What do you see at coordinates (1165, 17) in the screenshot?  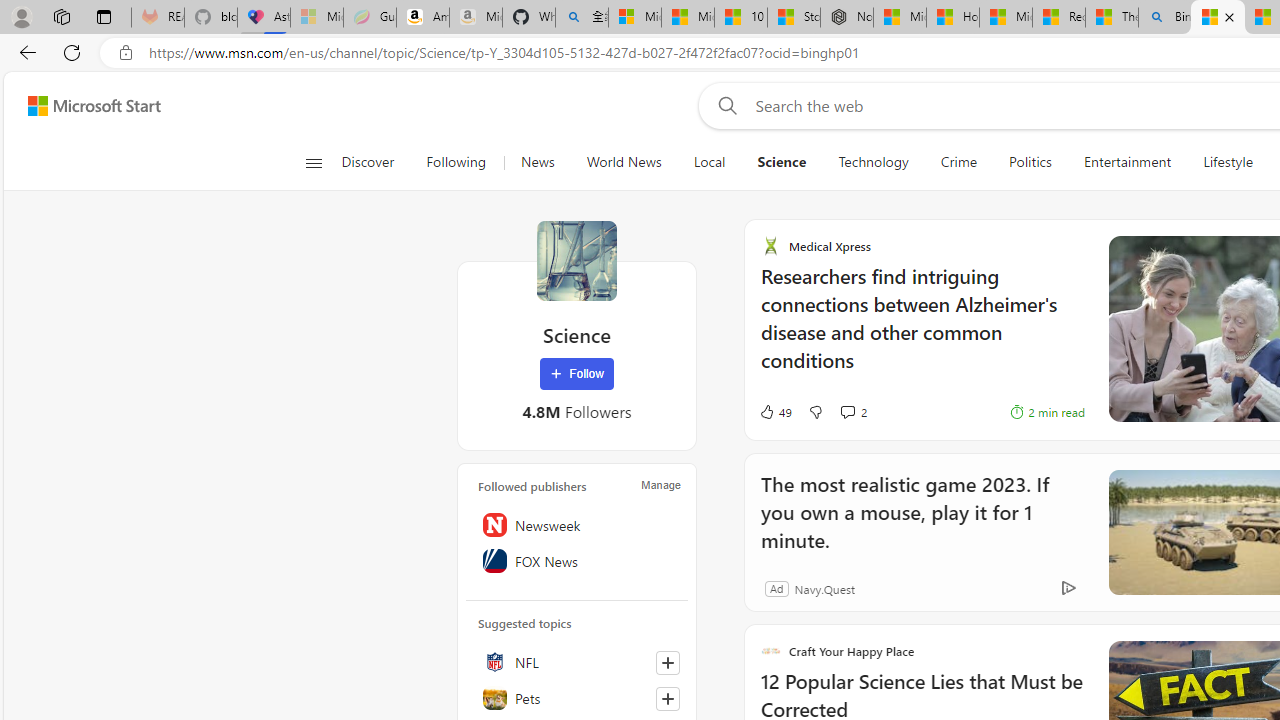 I see `'Bing'` at bounding box center [1165, 17].